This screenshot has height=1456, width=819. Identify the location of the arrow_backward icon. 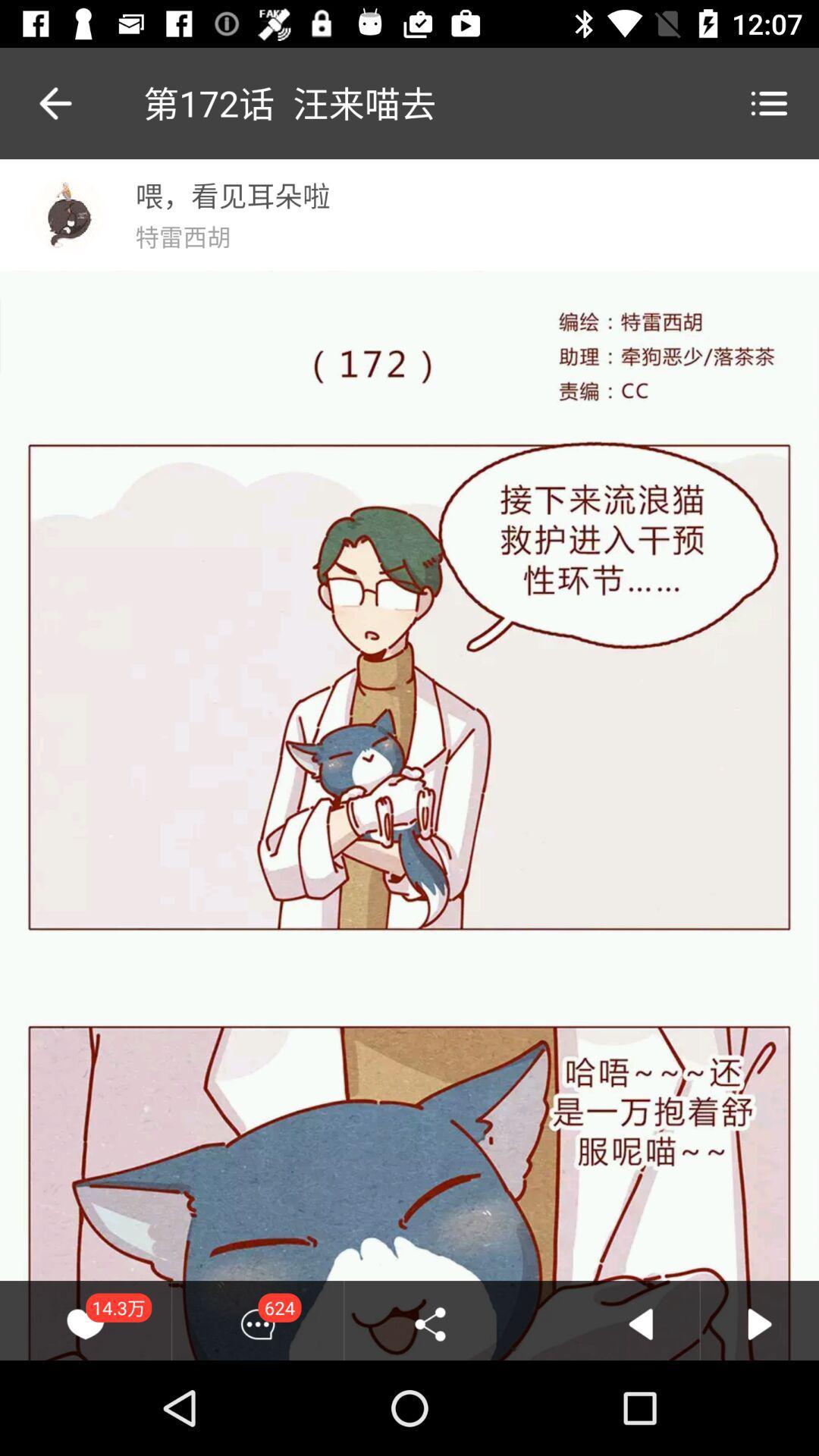
(39, 102).